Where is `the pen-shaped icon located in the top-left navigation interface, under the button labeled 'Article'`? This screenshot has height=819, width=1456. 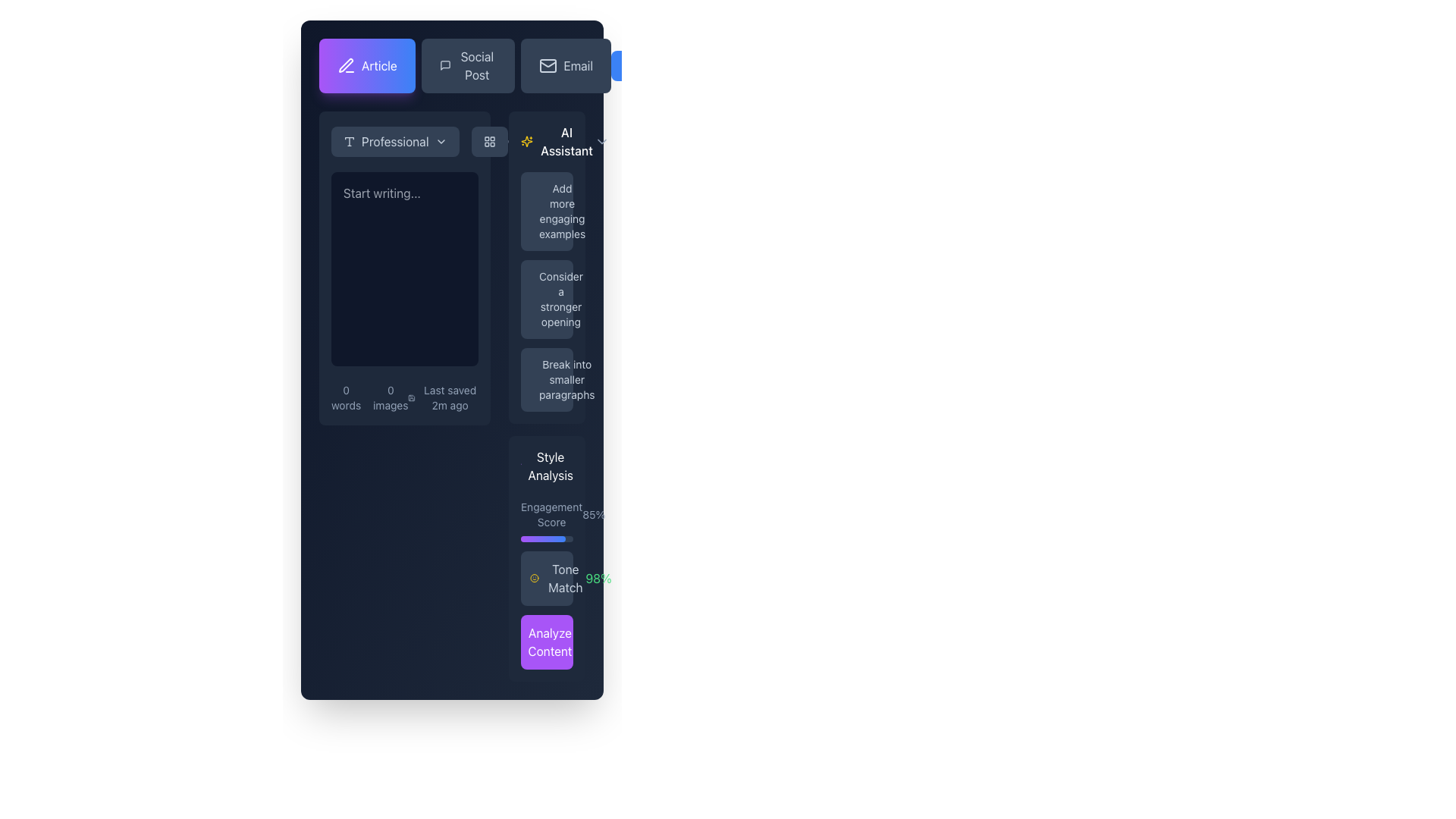
the pen-shaped icon located in the top-left navigation interface, under the button labeled 'Article' is located at coordinates (345, 64).